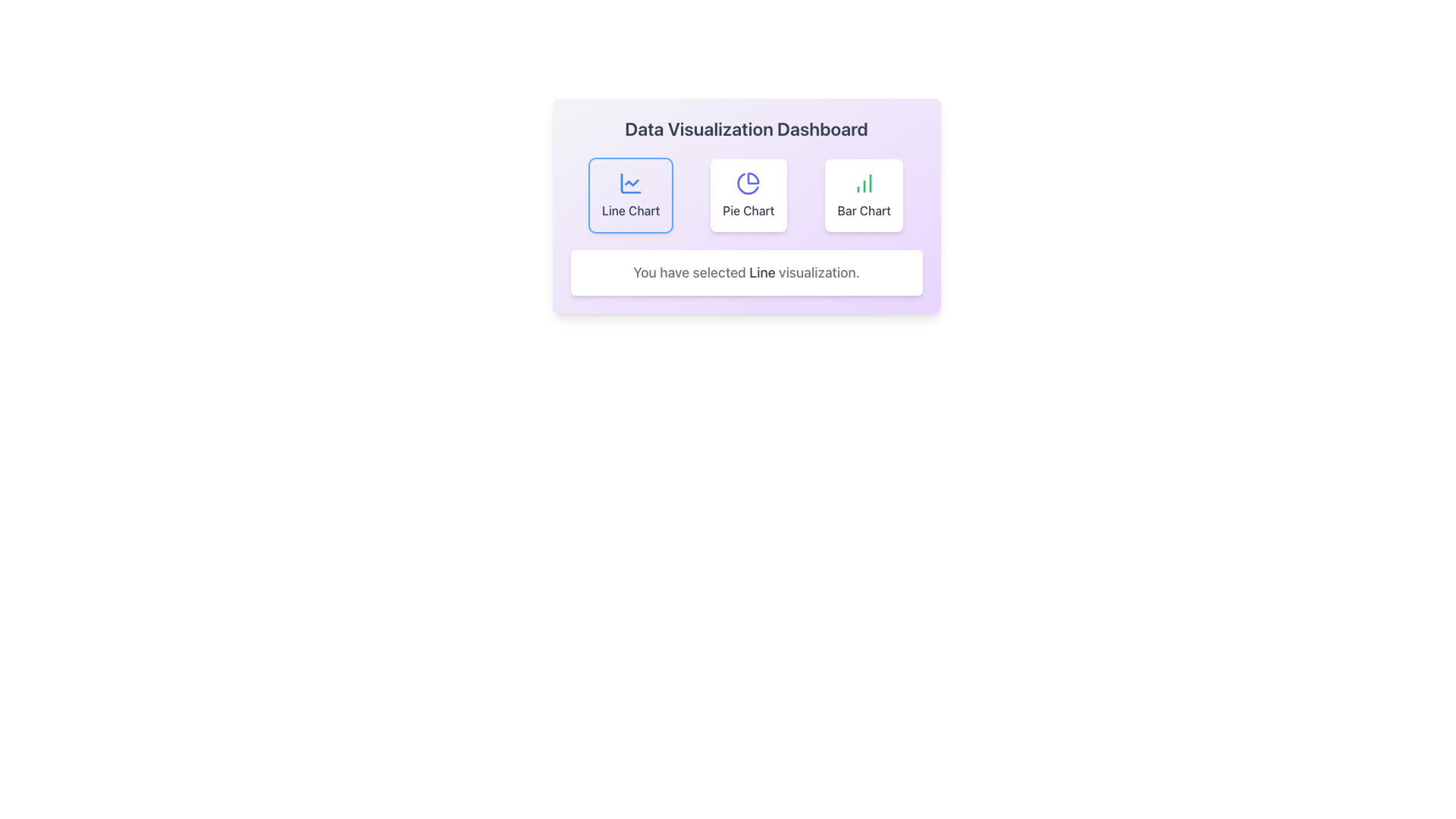 Image resolution: width=1456 pixels, height=819 pixels. I want to click on the text label that reads 'Pie Chart', which is styled in gray color and positioned below its corresponding icon within a modern design layout, so click(748, 210).